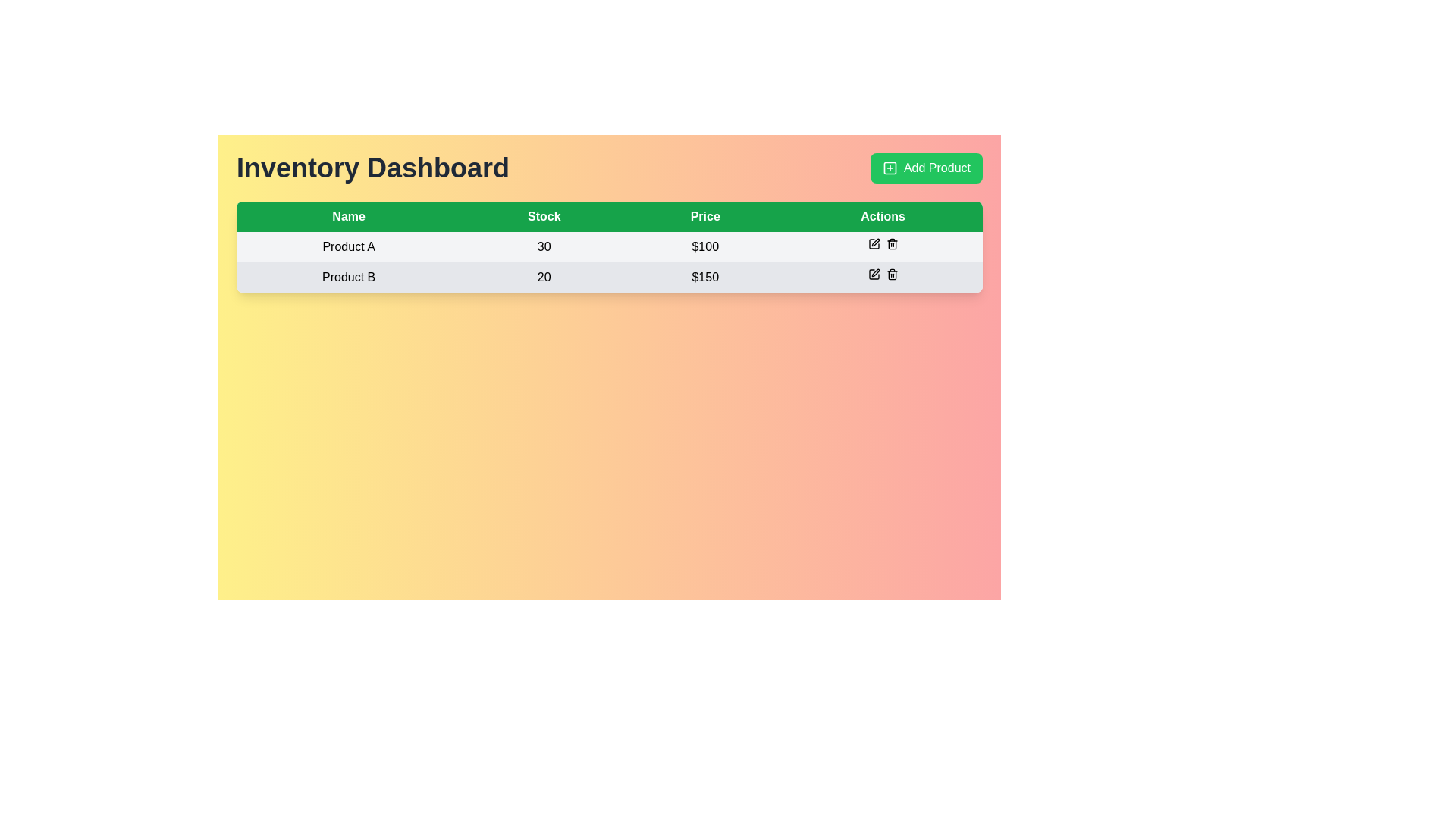 This screenshot has width=1456, height=819. What do you see at coordinates (874, 275) in the screenshot?
I see `the edit icon button located in the rightmost column labeled 'Actions' of the second row in the table to modify the details of the associated table row` at bounding box center [874, 275].